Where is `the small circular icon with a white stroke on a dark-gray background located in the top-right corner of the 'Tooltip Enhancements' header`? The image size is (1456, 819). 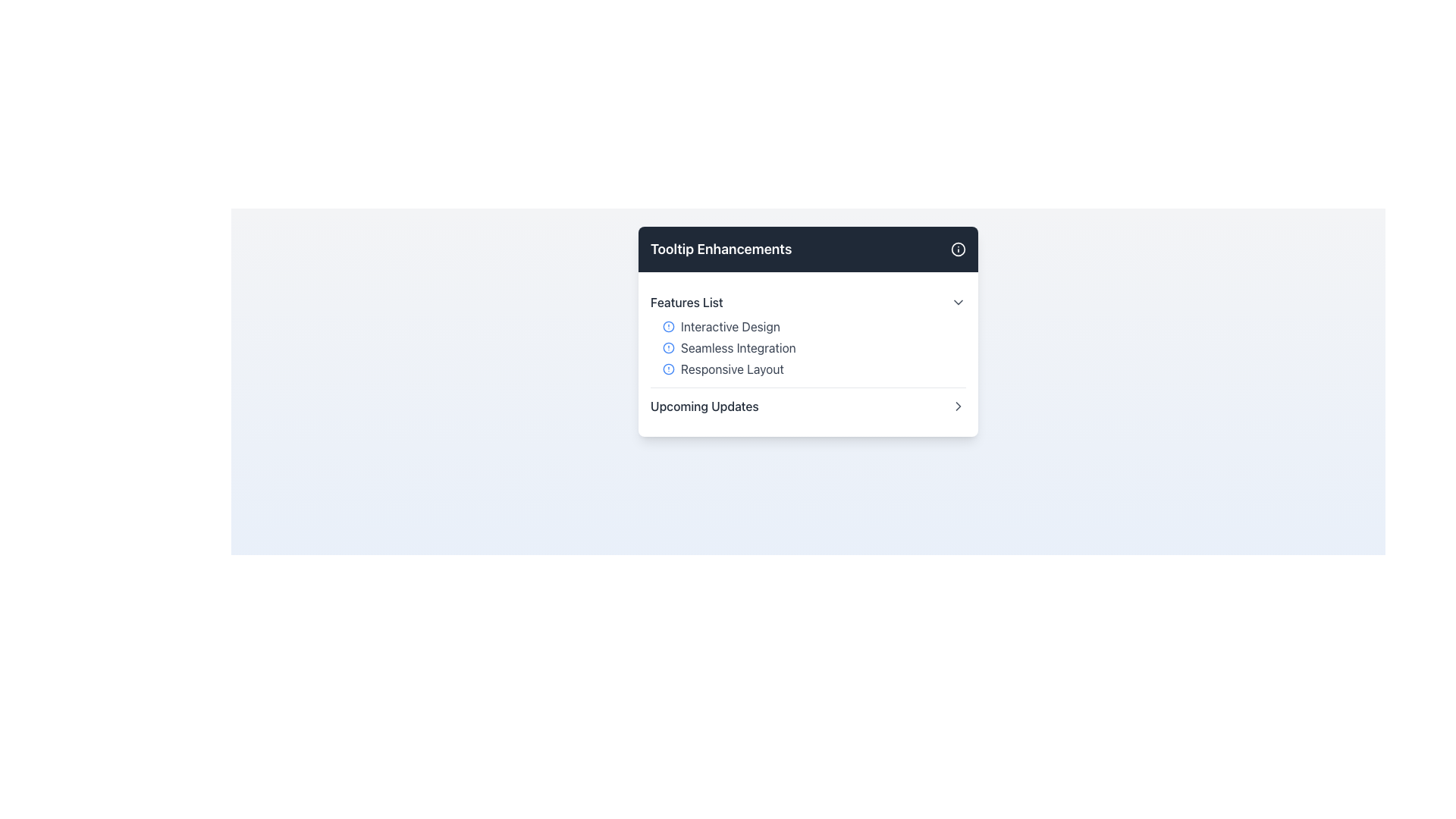 the small circular icon with a white stroke on a dark-gray background located in the top-right corner of the 'Tooltip Enhancements' header is located at coordinates (957, 248).